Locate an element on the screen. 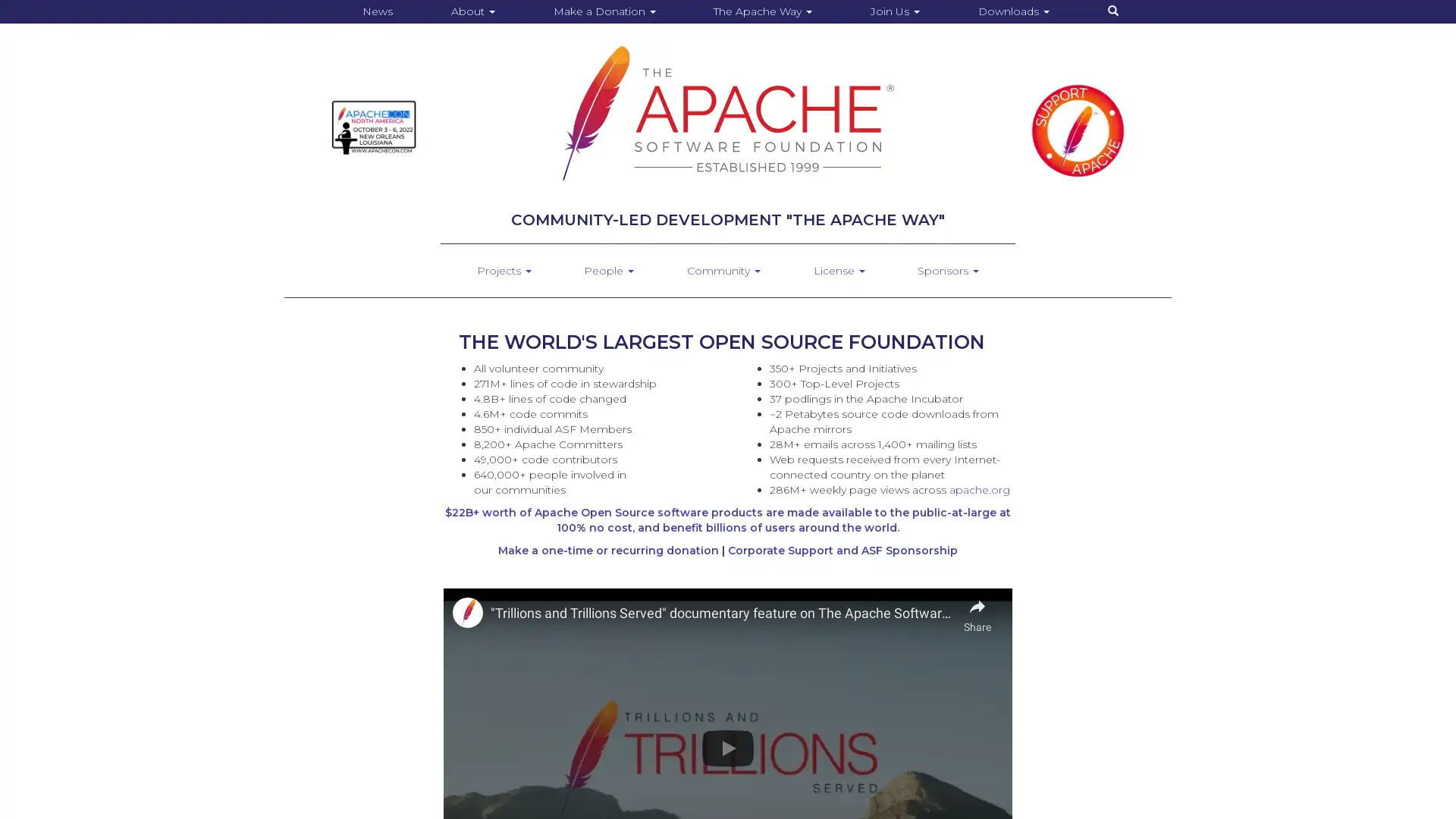  Projects is located at coordinates (503, 270).